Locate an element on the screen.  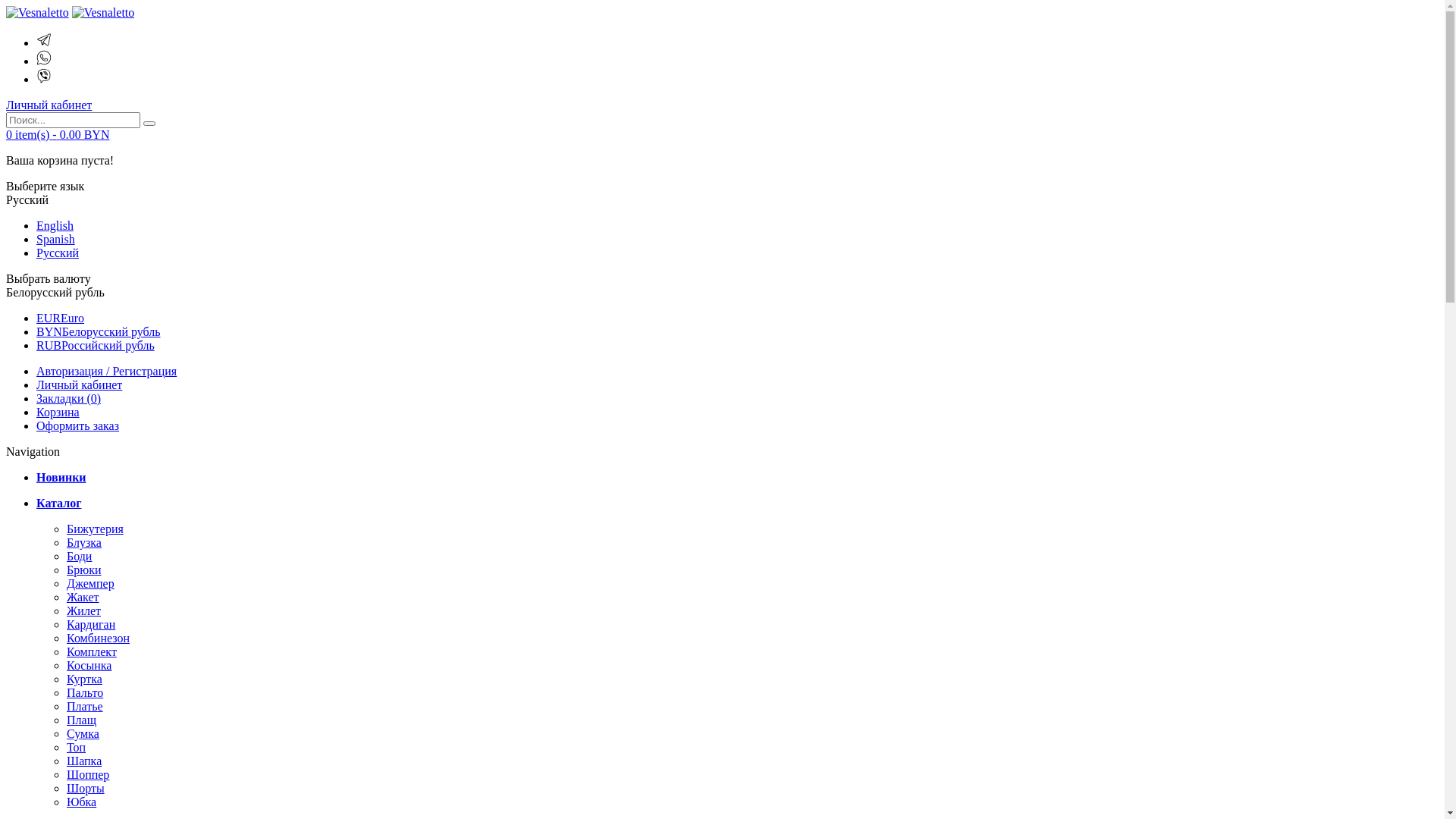
'Vesnaletto' is located at coordinates (37, 12).